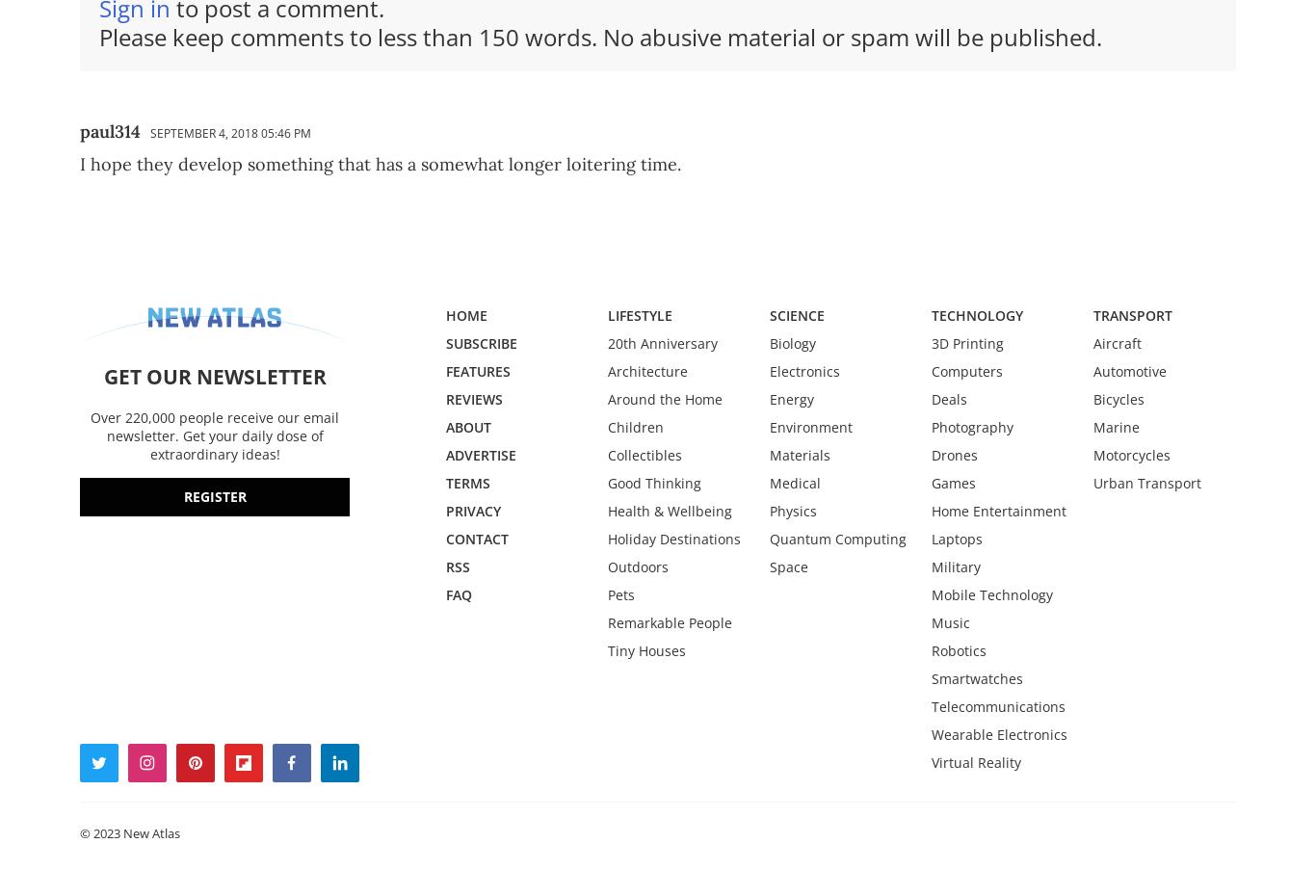  Describe the element at coordinates (990, 593) in the screenshot. I see `'Mobile Technology'` at that location.